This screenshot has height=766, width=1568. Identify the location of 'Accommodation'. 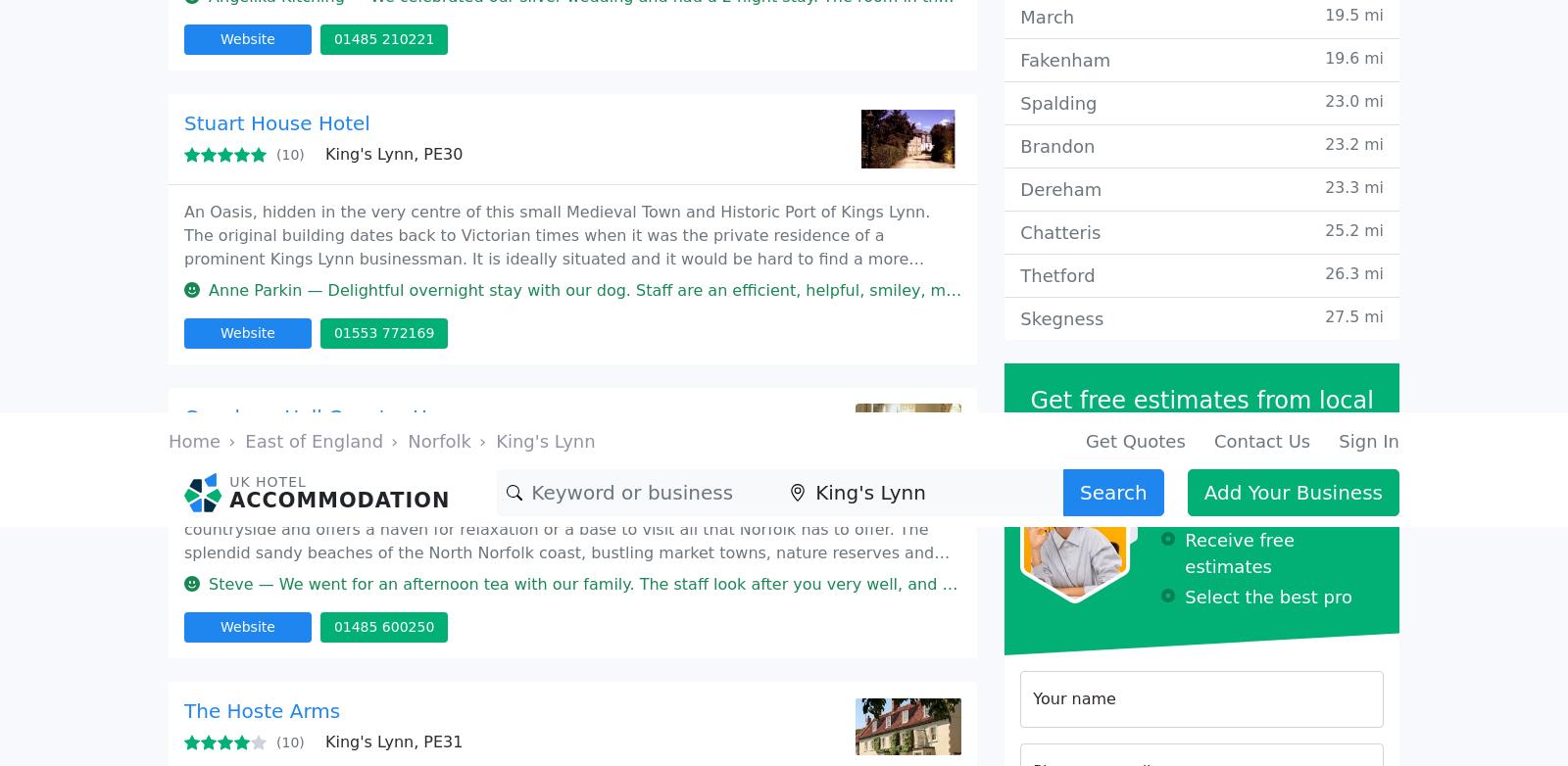
(373, 227).